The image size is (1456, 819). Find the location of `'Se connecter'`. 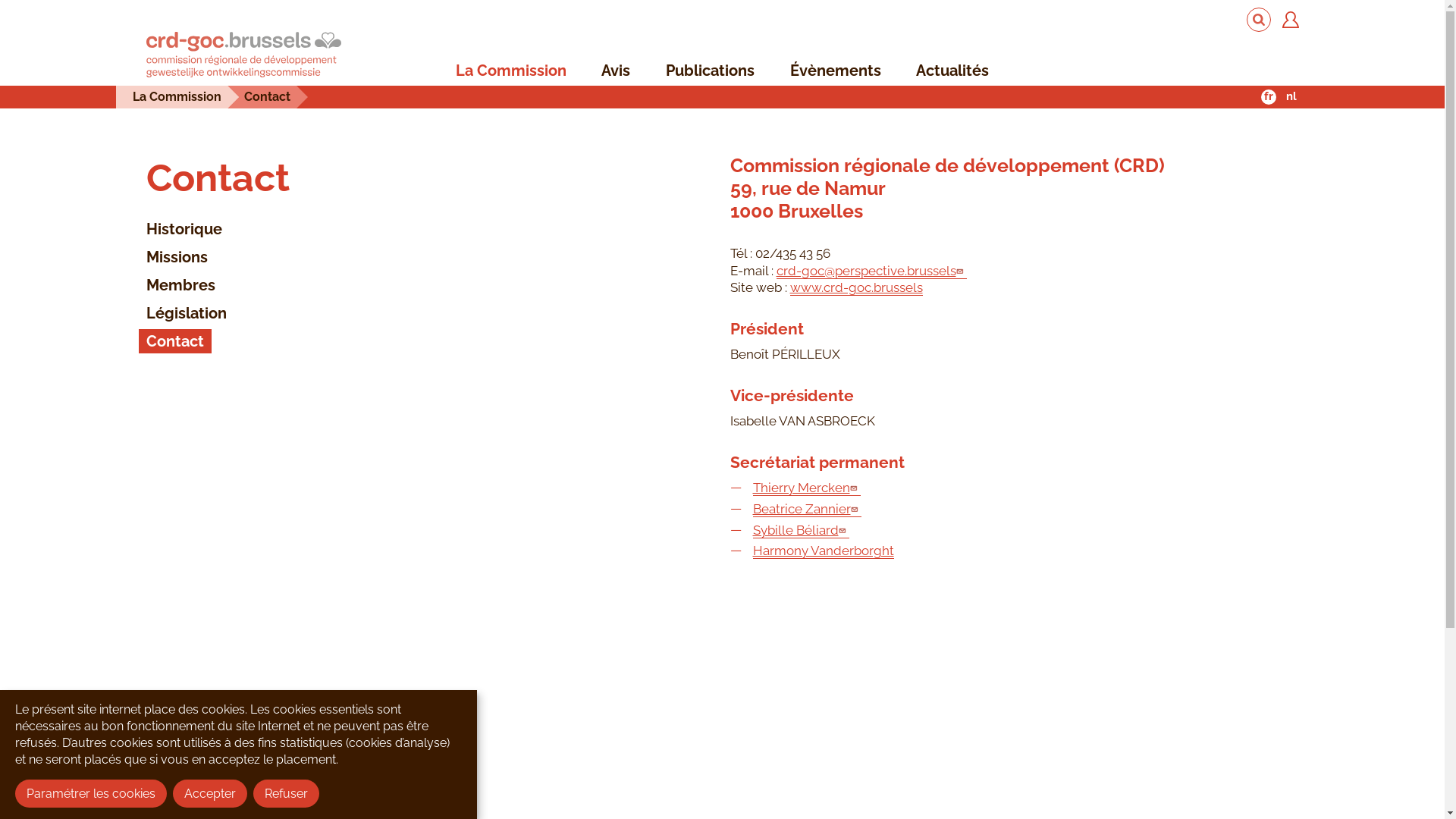

'Se connecter' is located at coordinates (1280, 20).